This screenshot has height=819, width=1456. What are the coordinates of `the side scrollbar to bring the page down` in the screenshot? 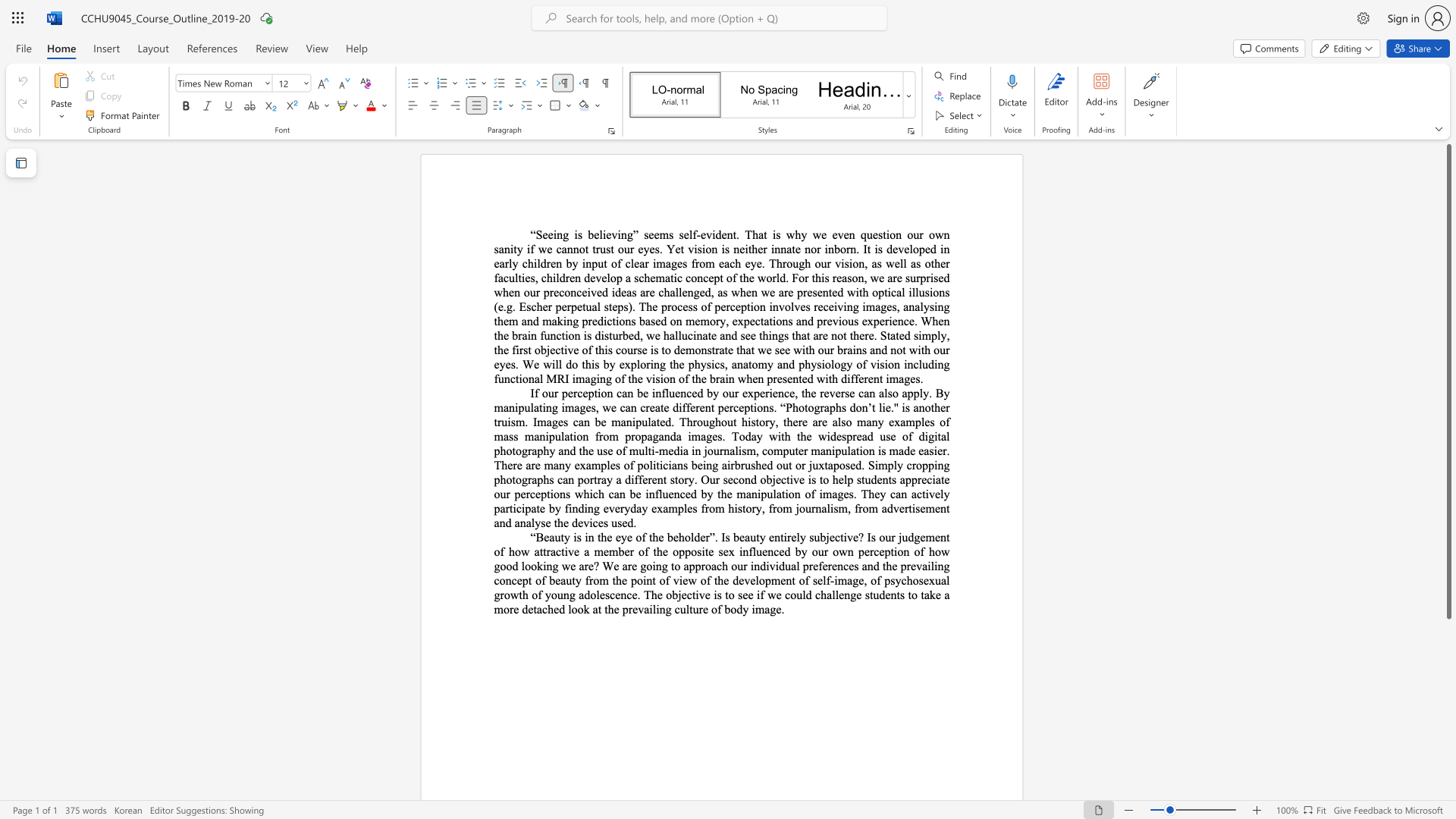 It's located at (1448, 766).